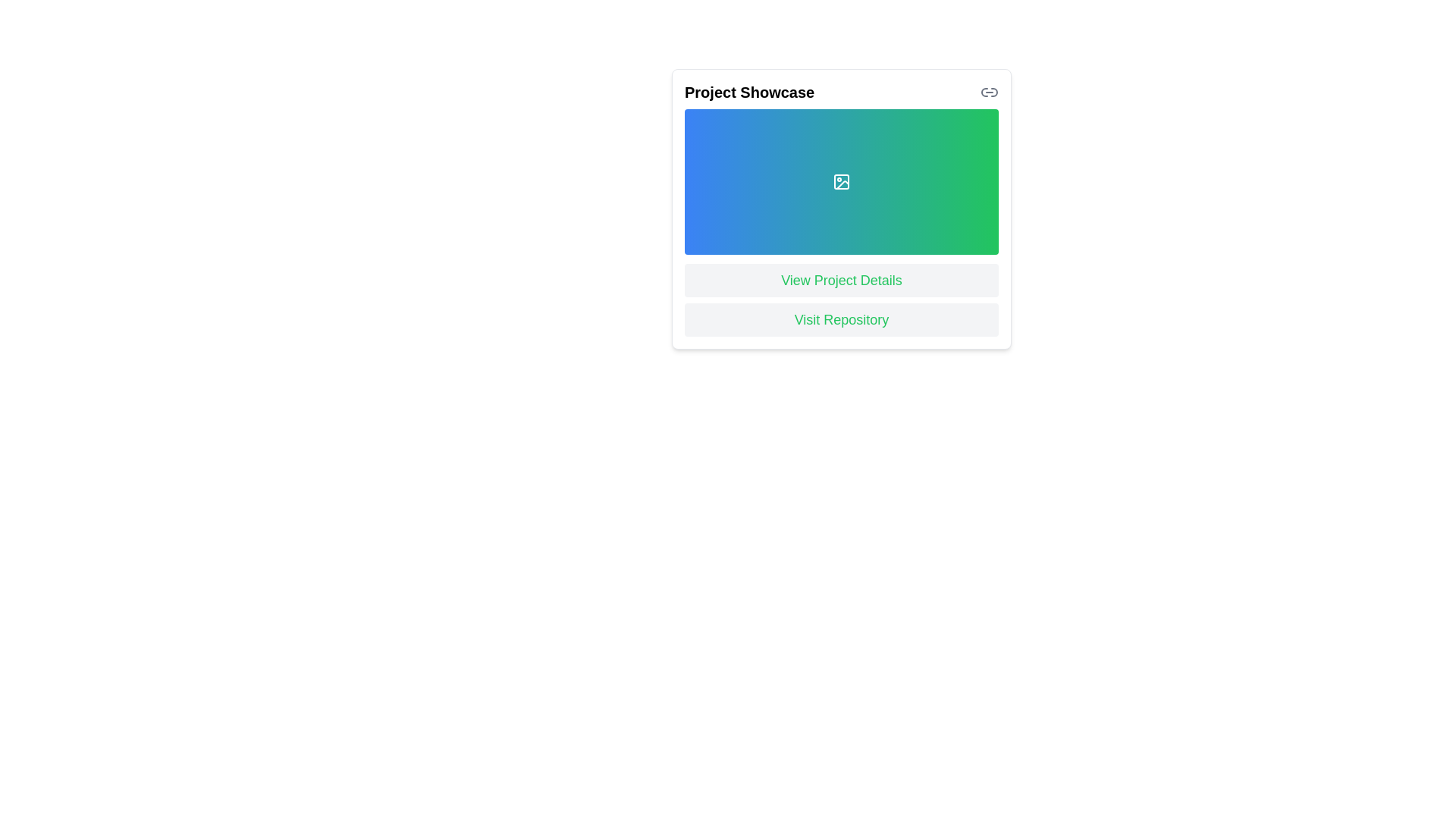 This screenshot has width=1456, height=819. I want to click on the simplified image placeholder icon with rounded corners, which is centrally located within the colorful gradient background of the 'Project Showcase' card, so click(840, 180).